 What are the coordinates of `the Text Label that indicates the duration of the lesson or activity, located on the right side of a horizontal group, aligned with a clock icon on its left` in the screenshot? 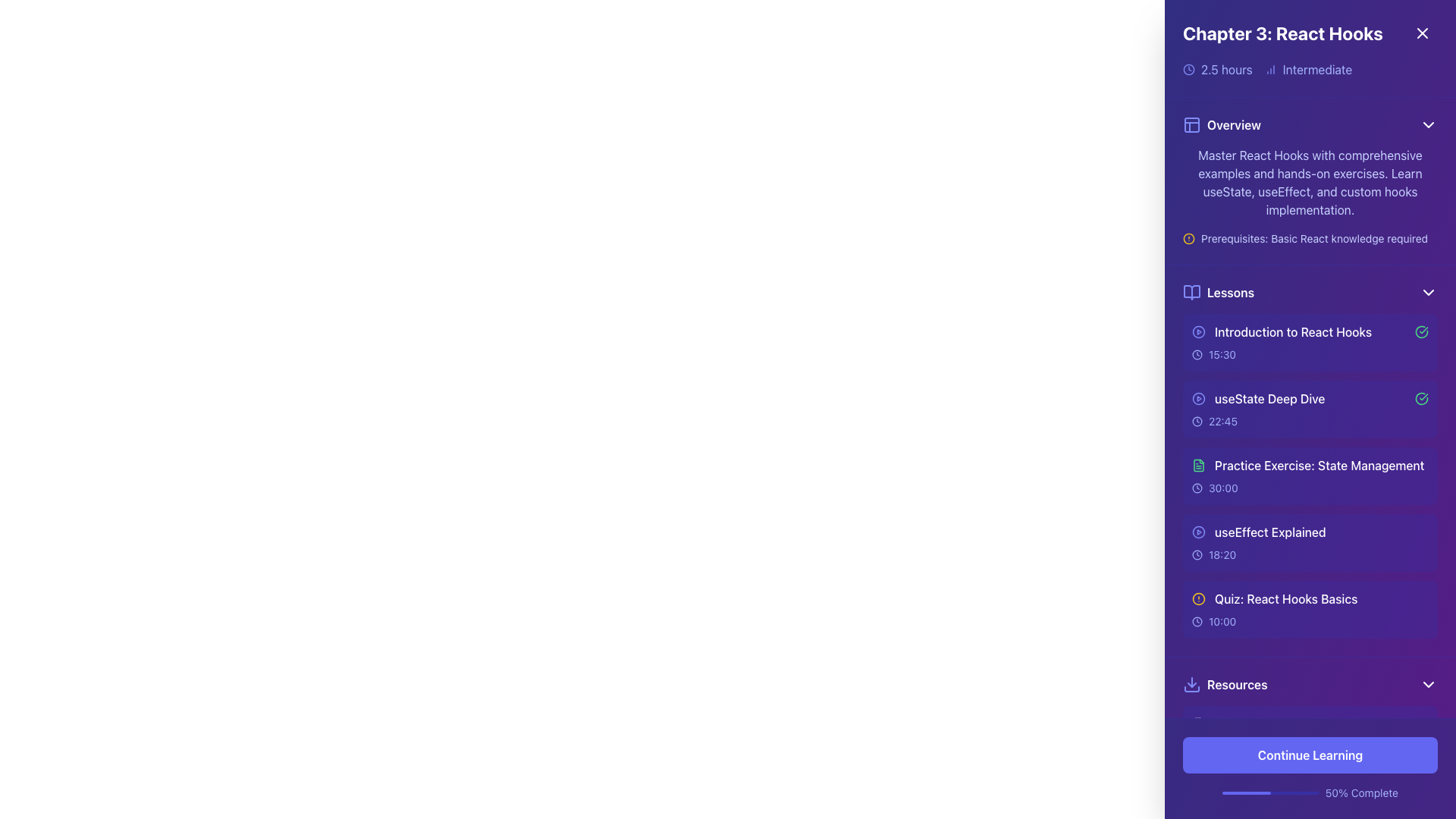 It's located at (1222, 622).